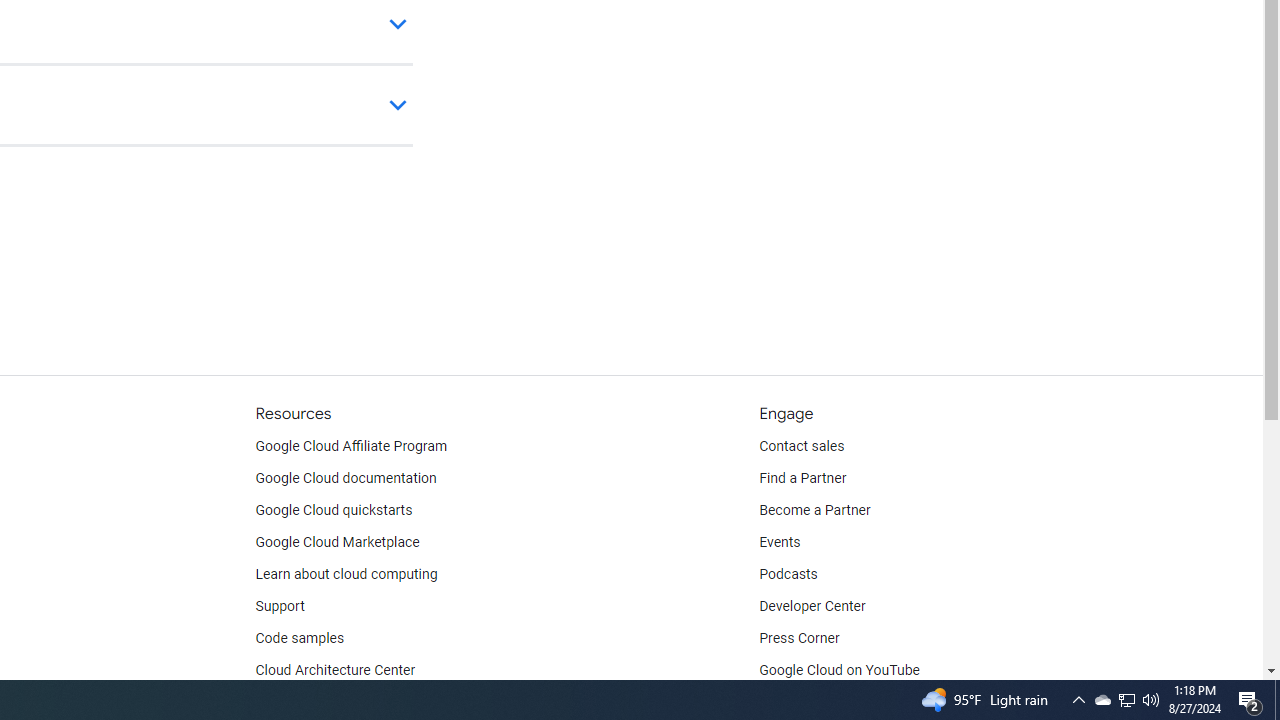  What do you see at coordinates (346, 574) in the screenshot?
I see `'Learn about cloud computing'` at bounding box center [346, 574].